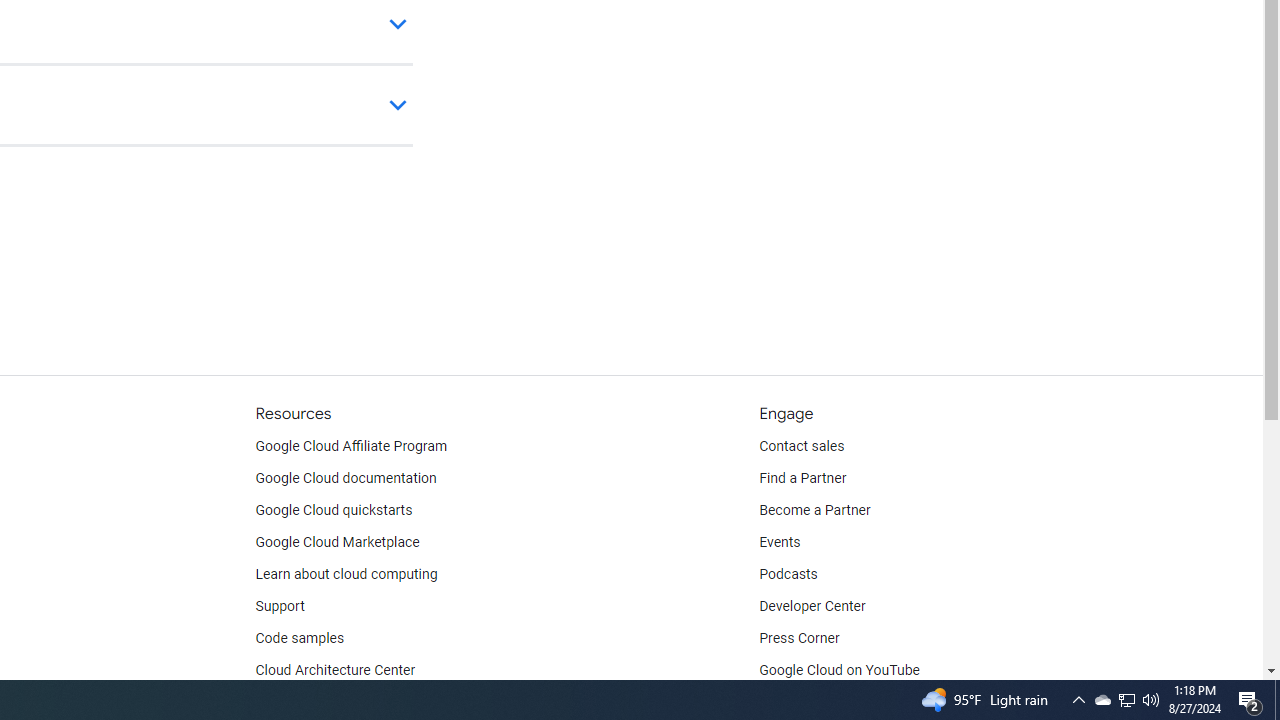  What do you see at coordinates (346, 574) in the screenshot?
I see `'Learn about cloud computing'` at bounding box center [346, 574].